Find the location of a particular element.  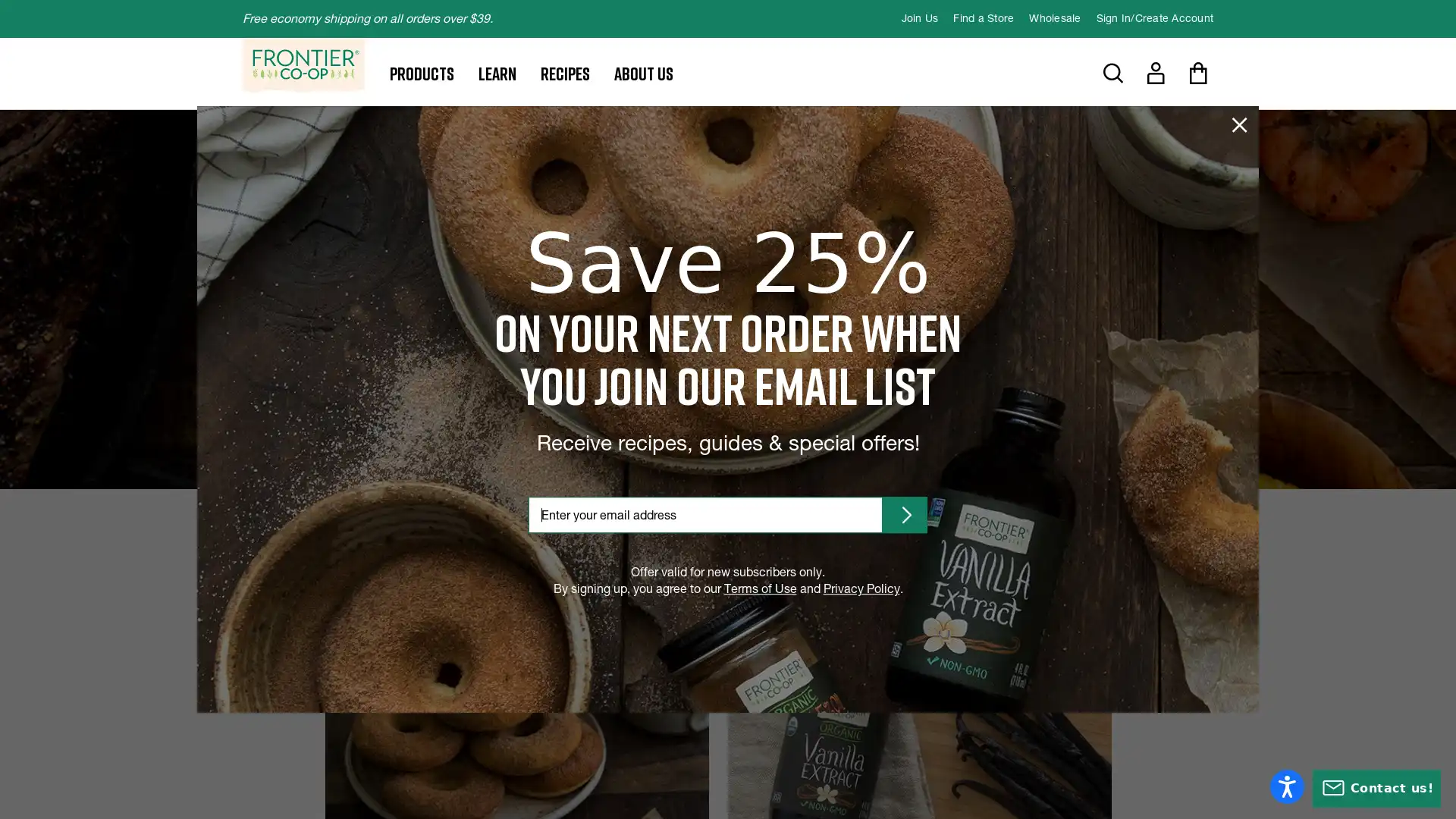

ltkpopup-arrow-btn is located at coordinates (905, 513).